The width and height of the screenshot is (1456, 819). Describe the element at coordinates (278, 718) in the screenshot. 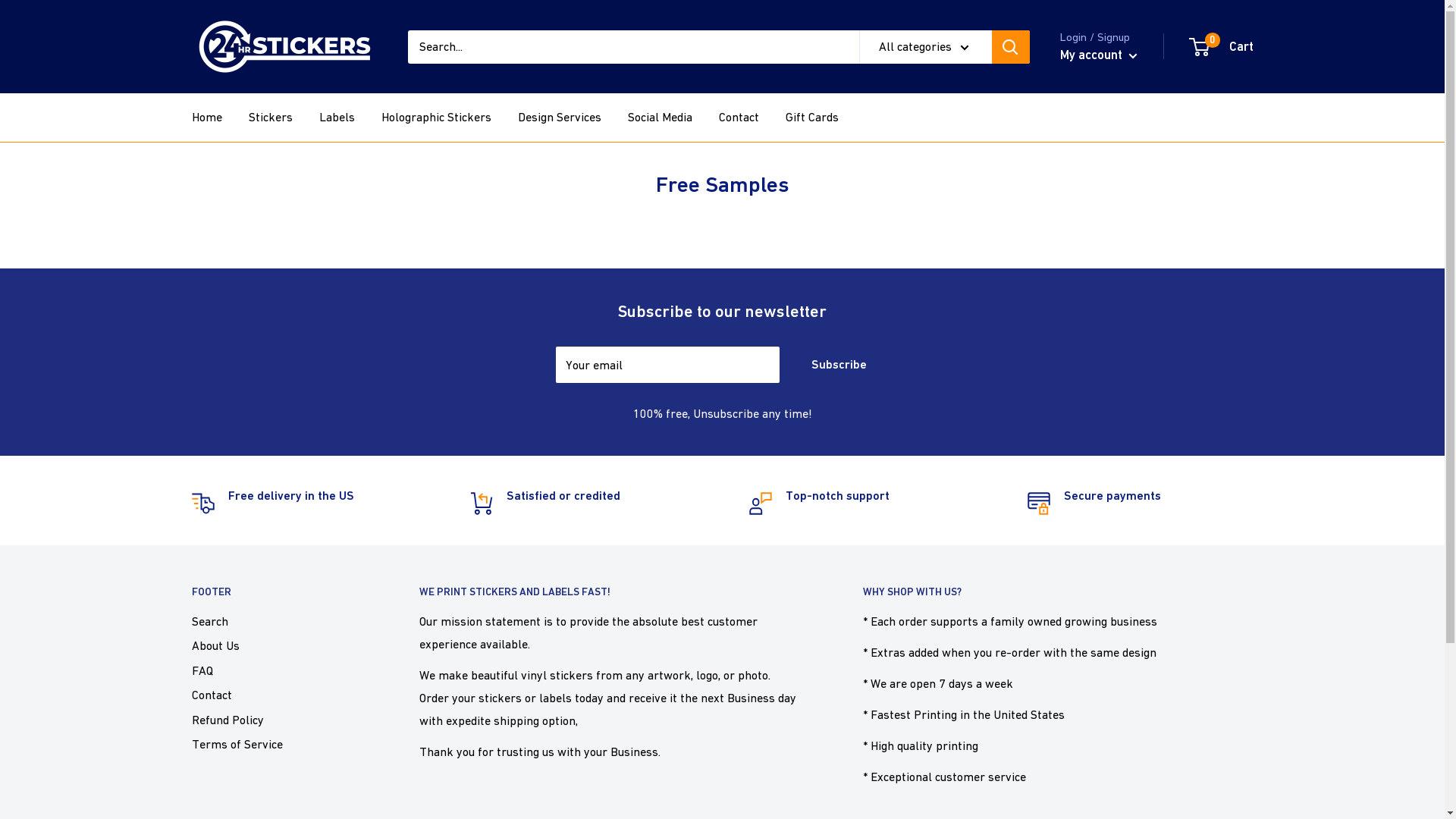

I see `'Refund Policy'` at that location.